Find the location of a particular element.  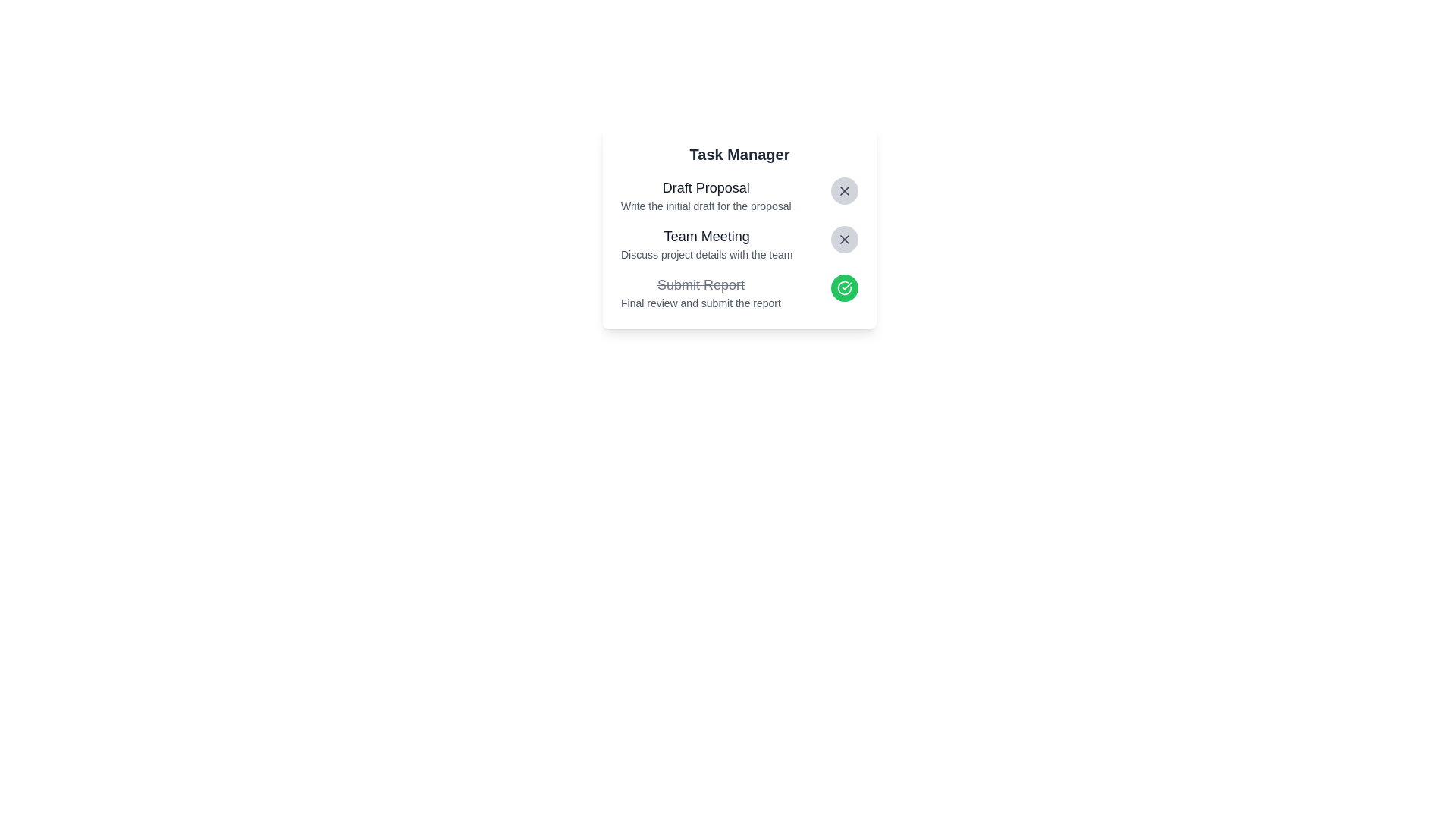

the informational display for the task 'Draft Proposal' that includes the description 'Write the initial draft for the proposal' in the 'Task Manager' section is located at coordinates (705, 195).